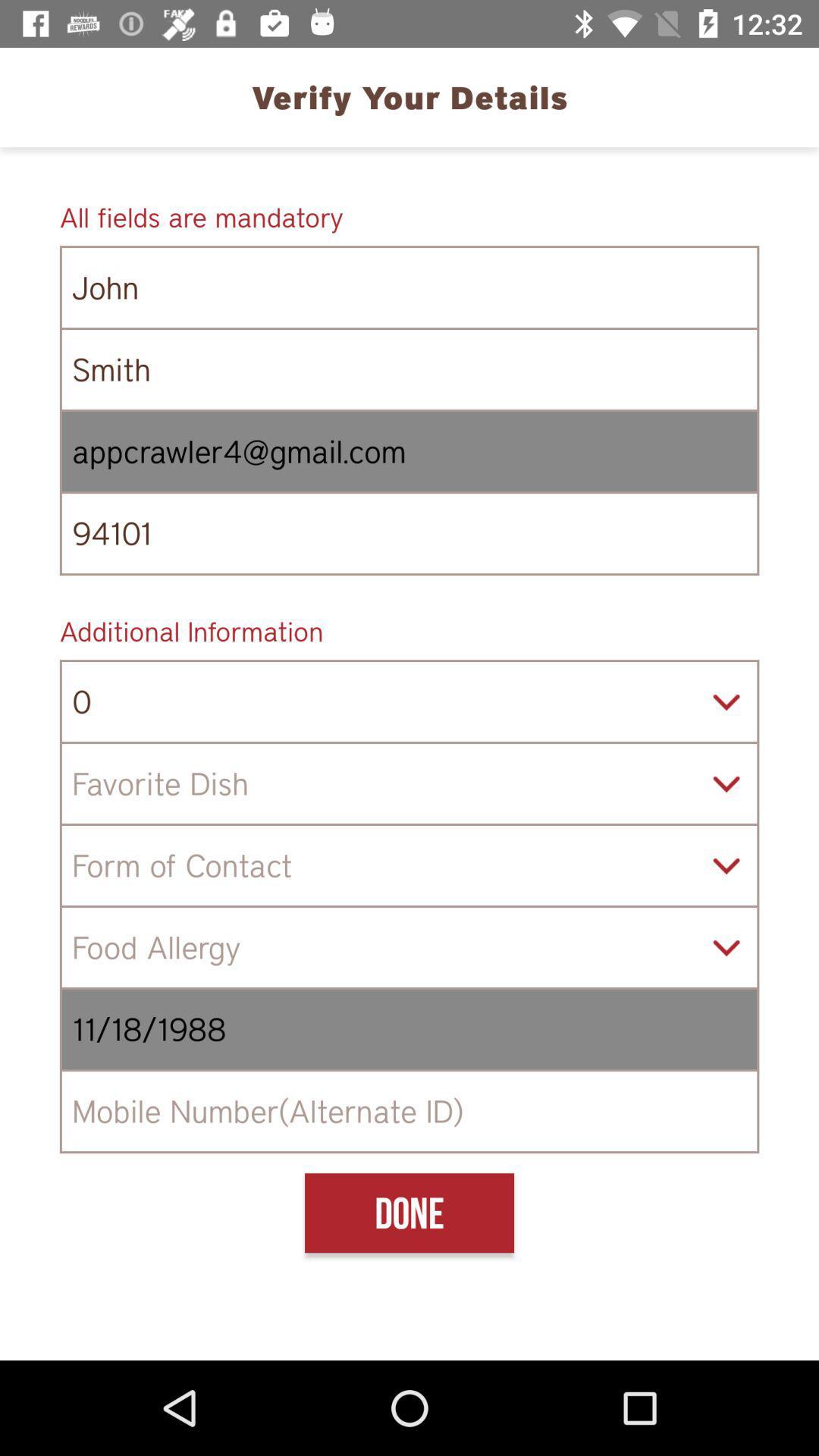 This screenshot has height=1456, width=819. What do you see at coordinates (409, 631) in the screenshot?
I see `additional information` at bounding box center [409, 631].